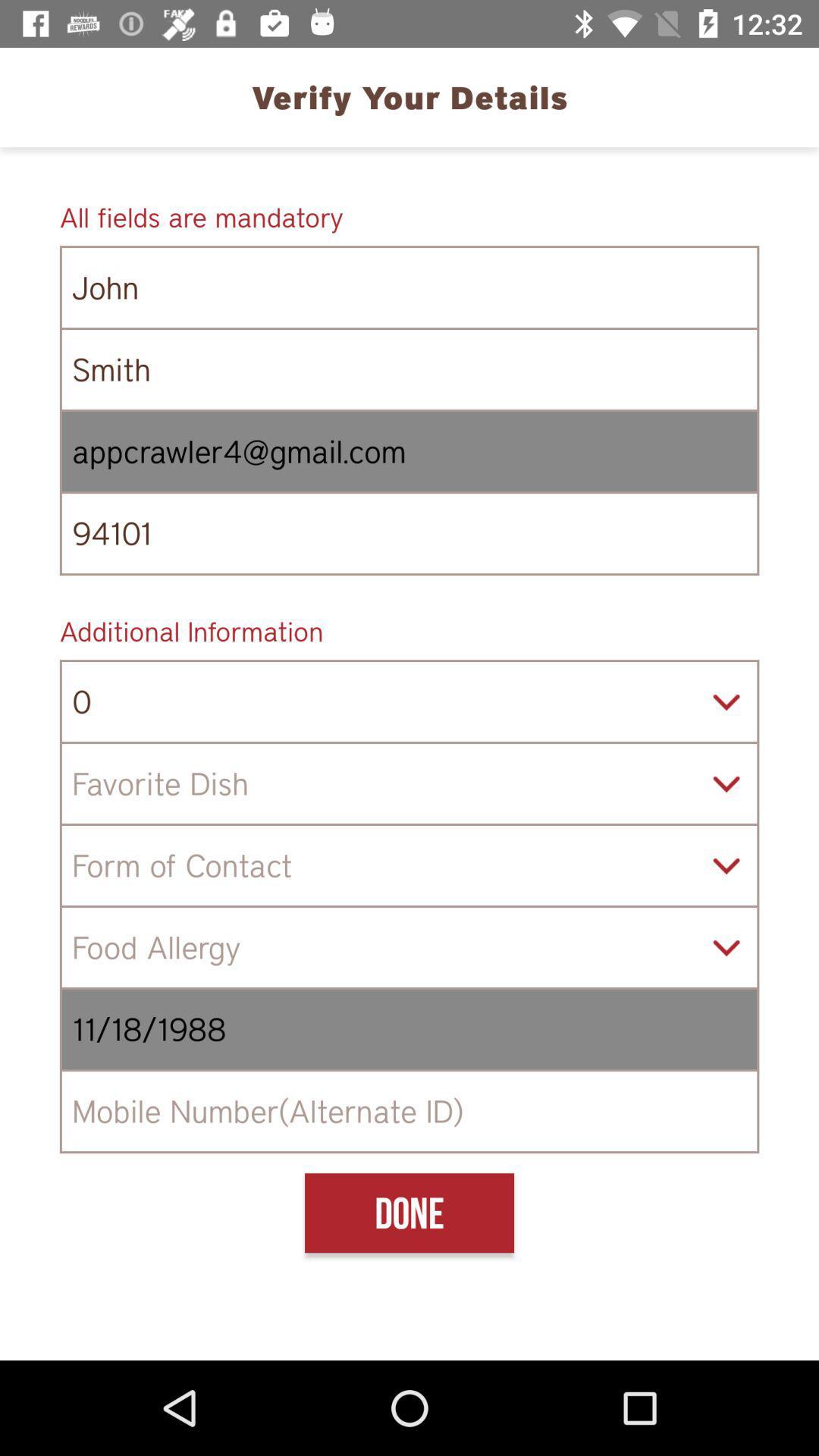 This screenshot has height=1456, width=819. What do you see at coordinates (409, 631) in the screenshot?
I see `additional information` at bounding box center [409, 631].